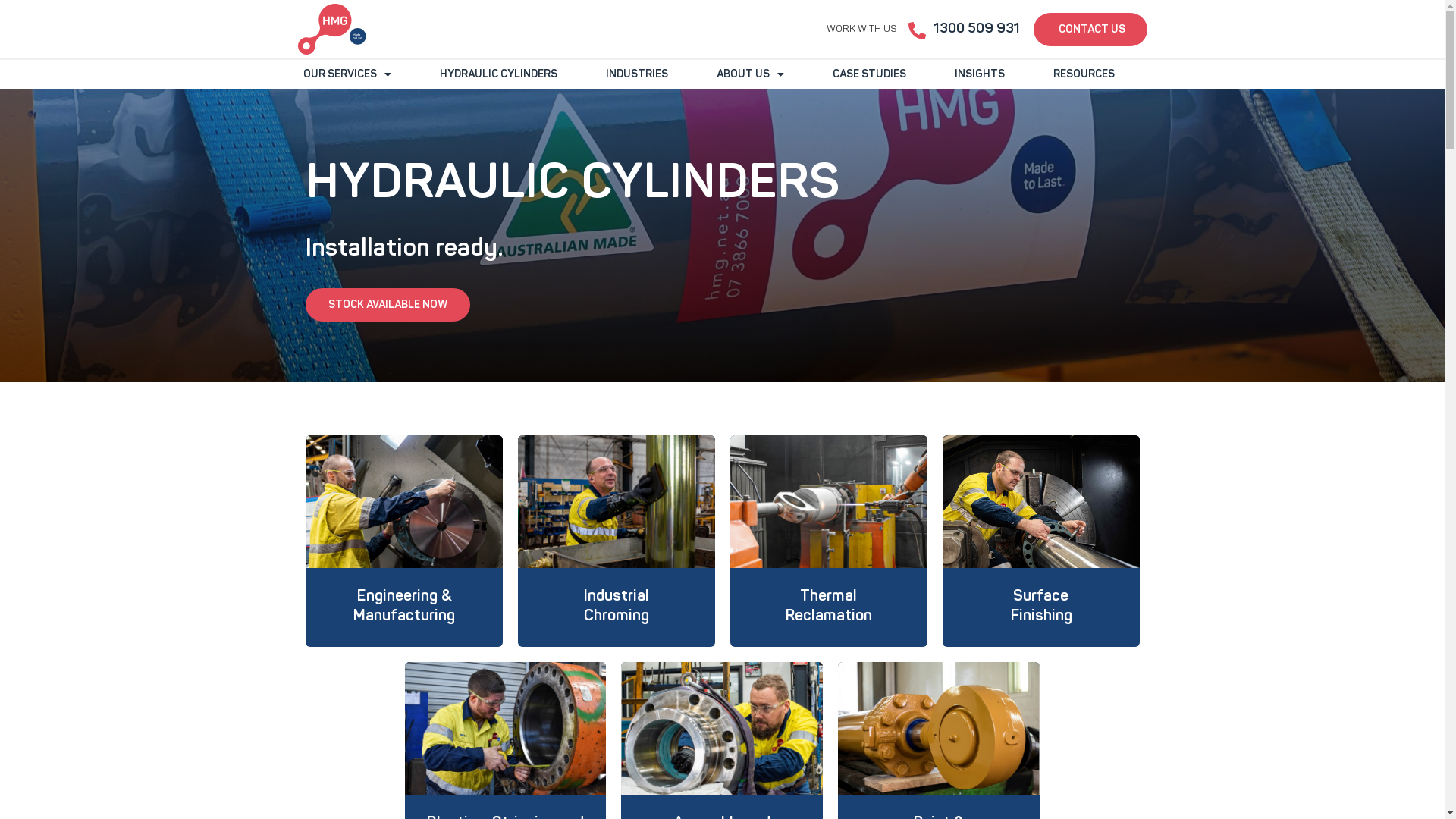 The width and height of the screenshot is (1456, 819). I want to click on '1300 509 931', so click(975, 28).